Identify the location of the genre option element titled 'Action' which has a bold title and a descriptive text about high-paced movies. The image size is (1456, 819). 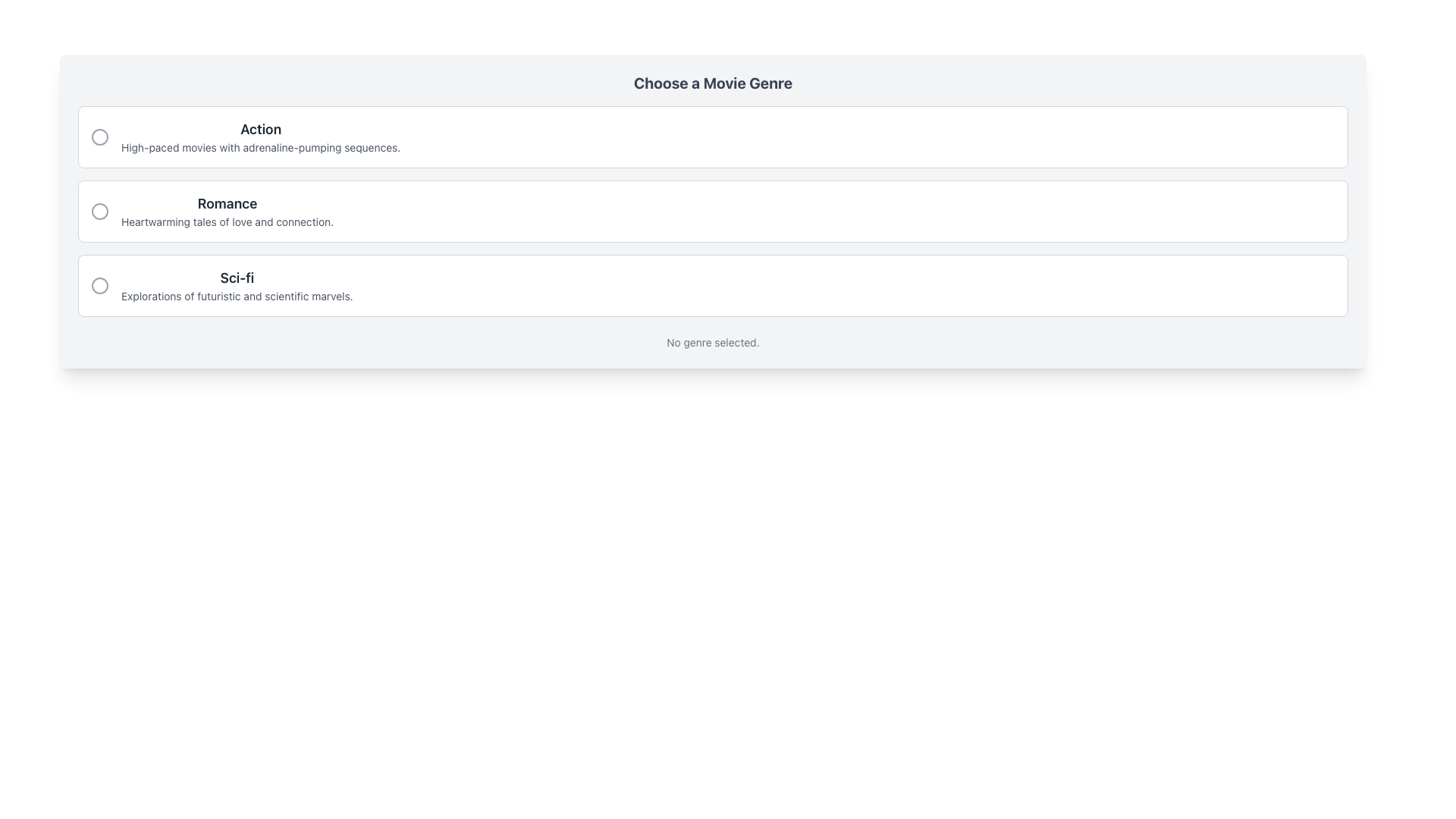
(261, 137).